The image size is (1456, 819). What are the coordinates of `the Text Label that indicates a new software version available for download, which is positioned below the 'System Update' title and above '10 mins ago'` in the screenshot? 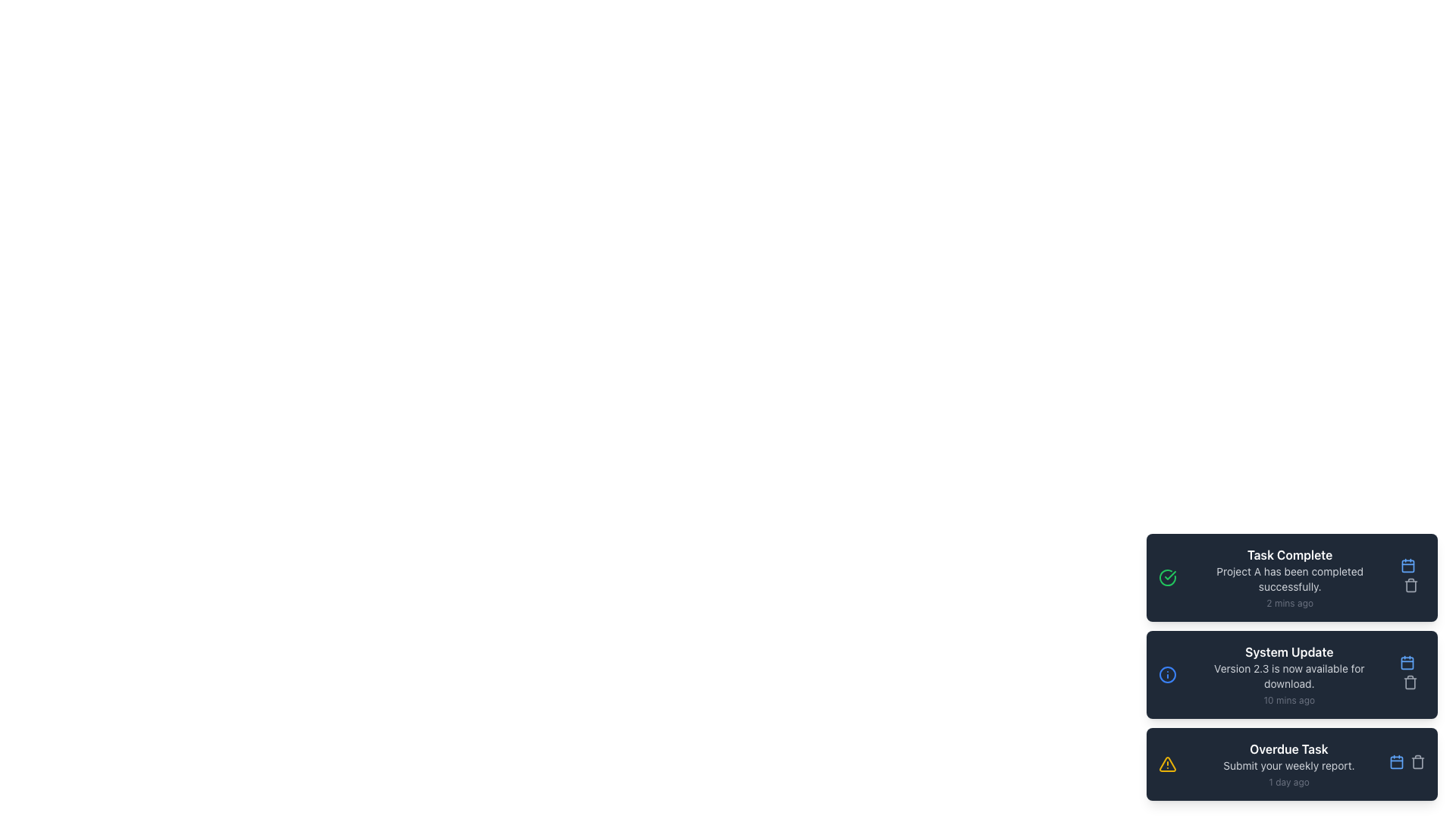 It's located at (1288, 675).